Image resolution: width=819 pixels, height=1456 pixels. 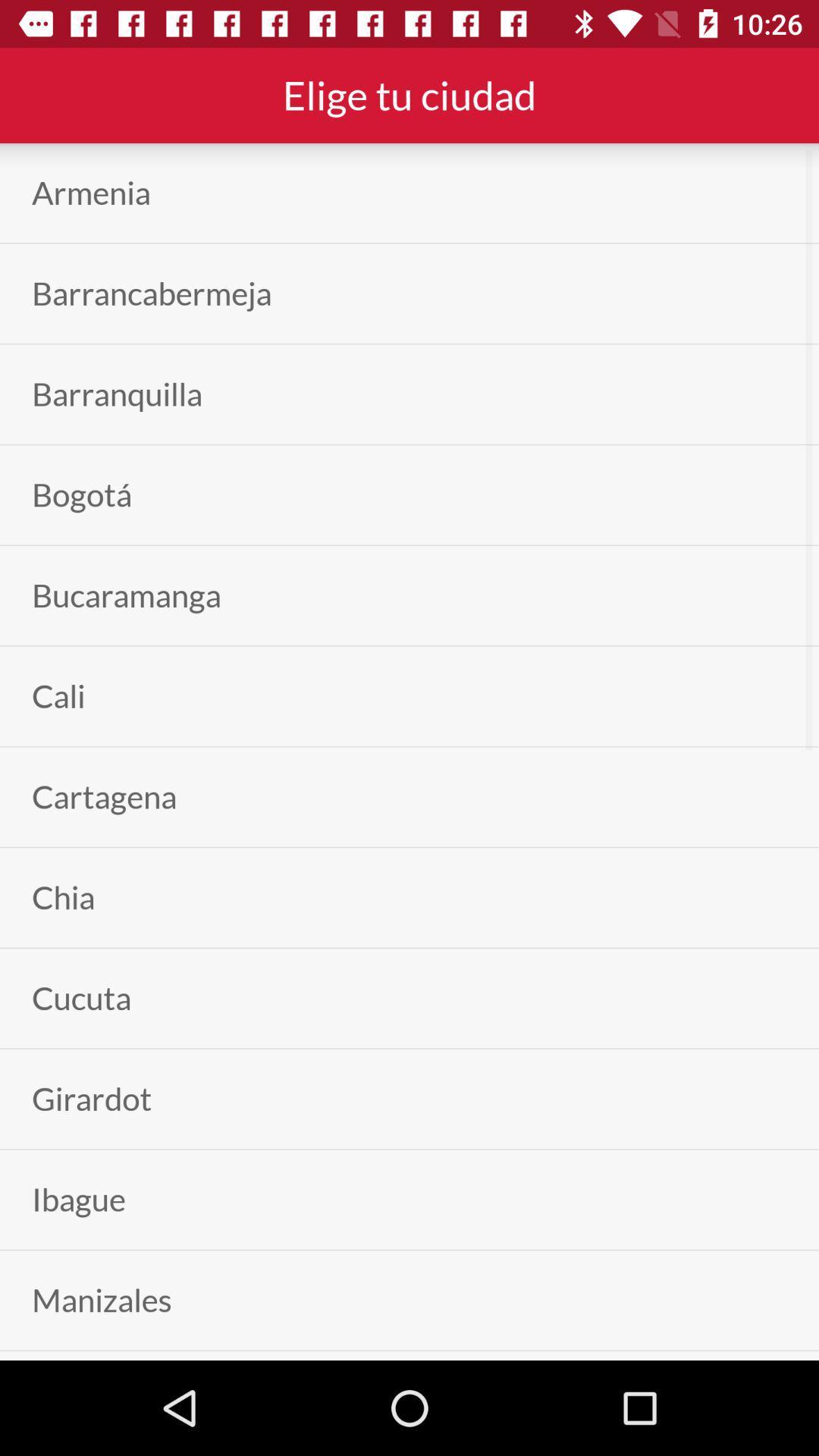 What do you see at coordinates (116, 394) in the screenshot?
I see `the barranquilla item` at bounding box center [116, 394].